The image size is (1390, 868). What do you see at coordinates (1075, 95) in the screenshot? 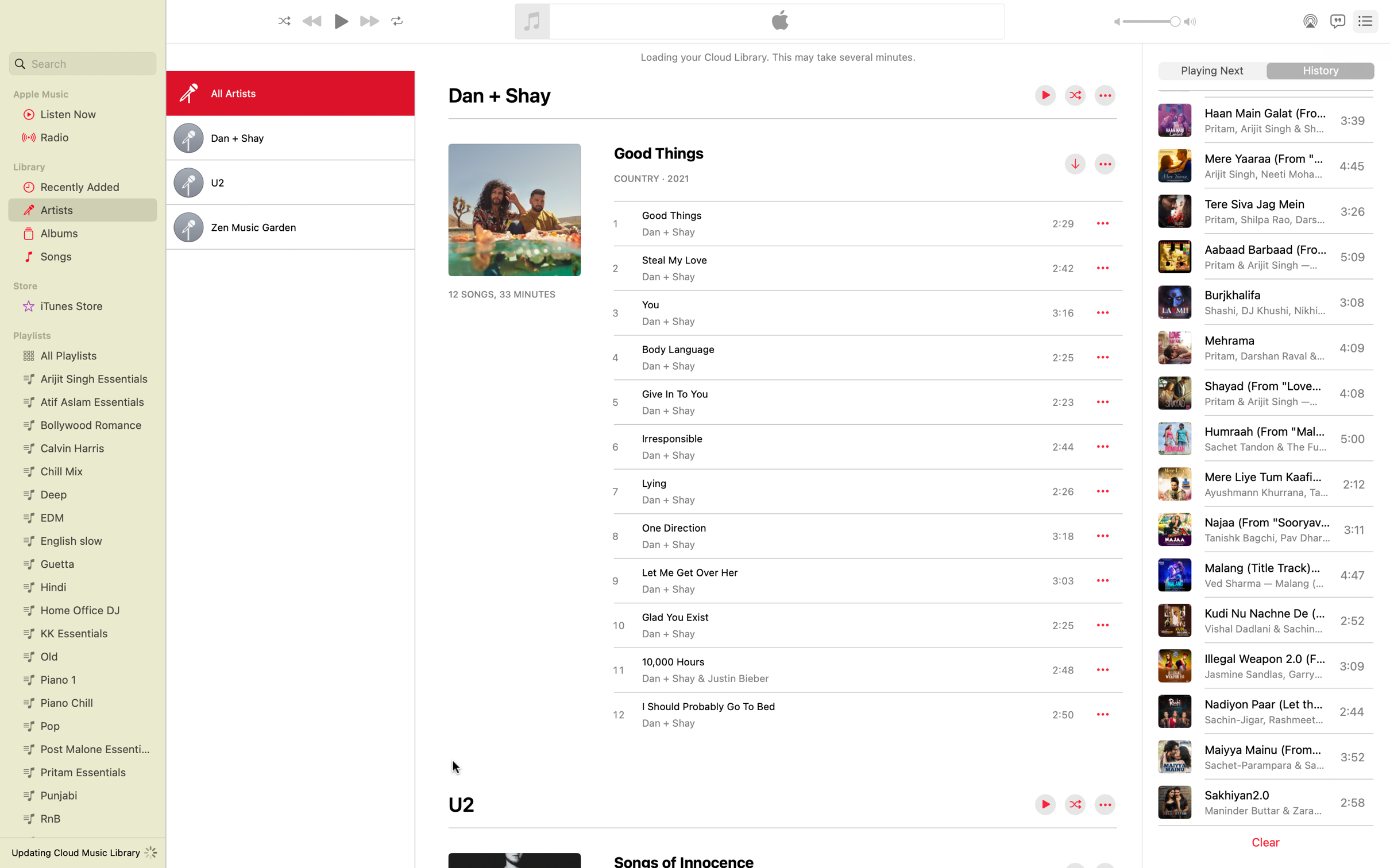
I see `Shuffle the playlist of Dan + Shay by clicking on the red button` at bounding box center [1075, 95].